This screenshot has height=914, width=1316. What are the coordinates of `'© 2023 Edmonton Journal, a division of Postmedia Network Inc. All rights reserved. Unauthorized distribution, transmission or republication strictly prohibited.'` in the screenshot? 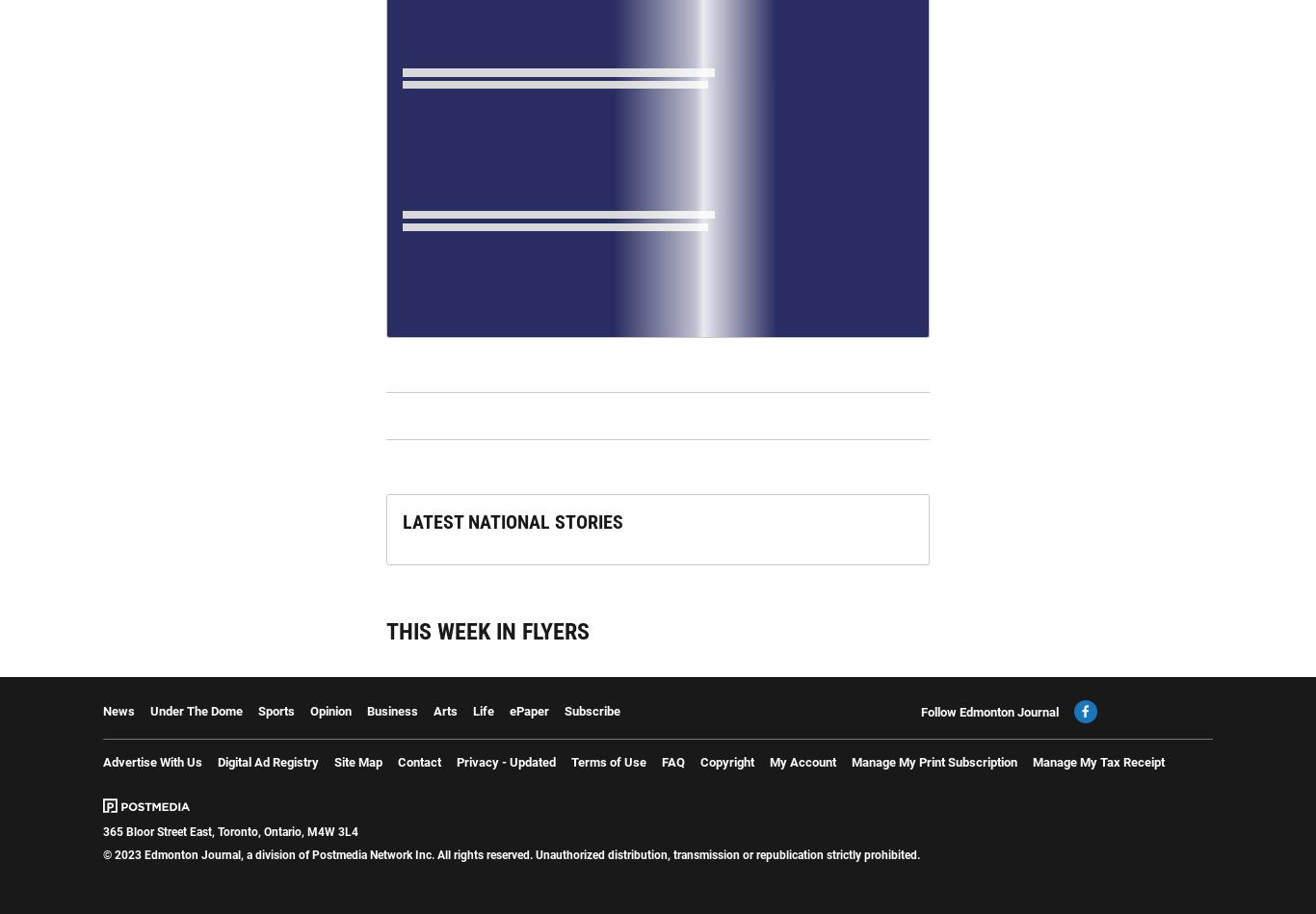 It's located at (511, 853).